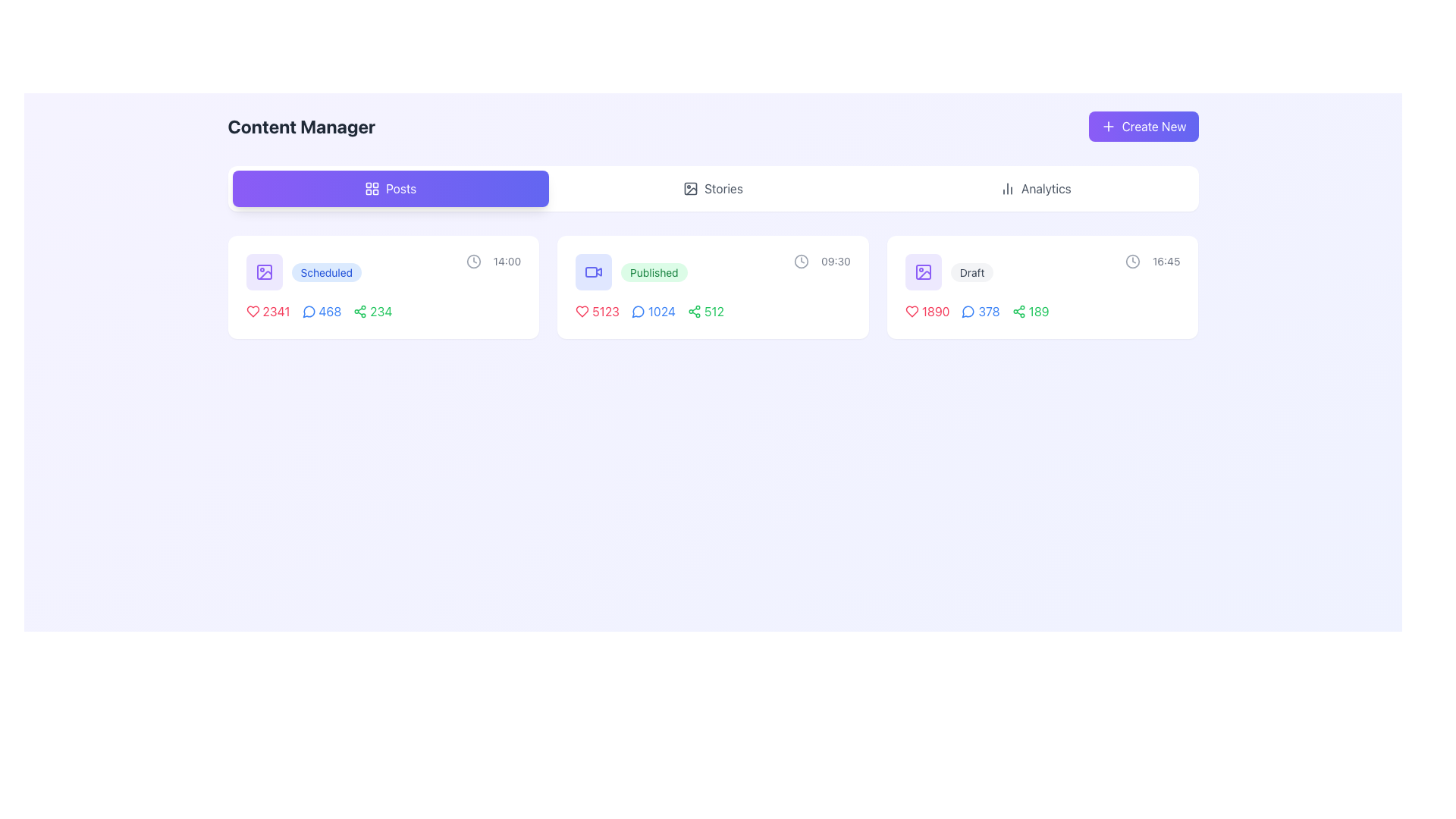 Image resolution: width=1456 pixels, height=819 pixels. Describe the element at coordinates (1143, 125) in the screenshot. I see `the 'Create New' button with a gradient background and white text` at that location.